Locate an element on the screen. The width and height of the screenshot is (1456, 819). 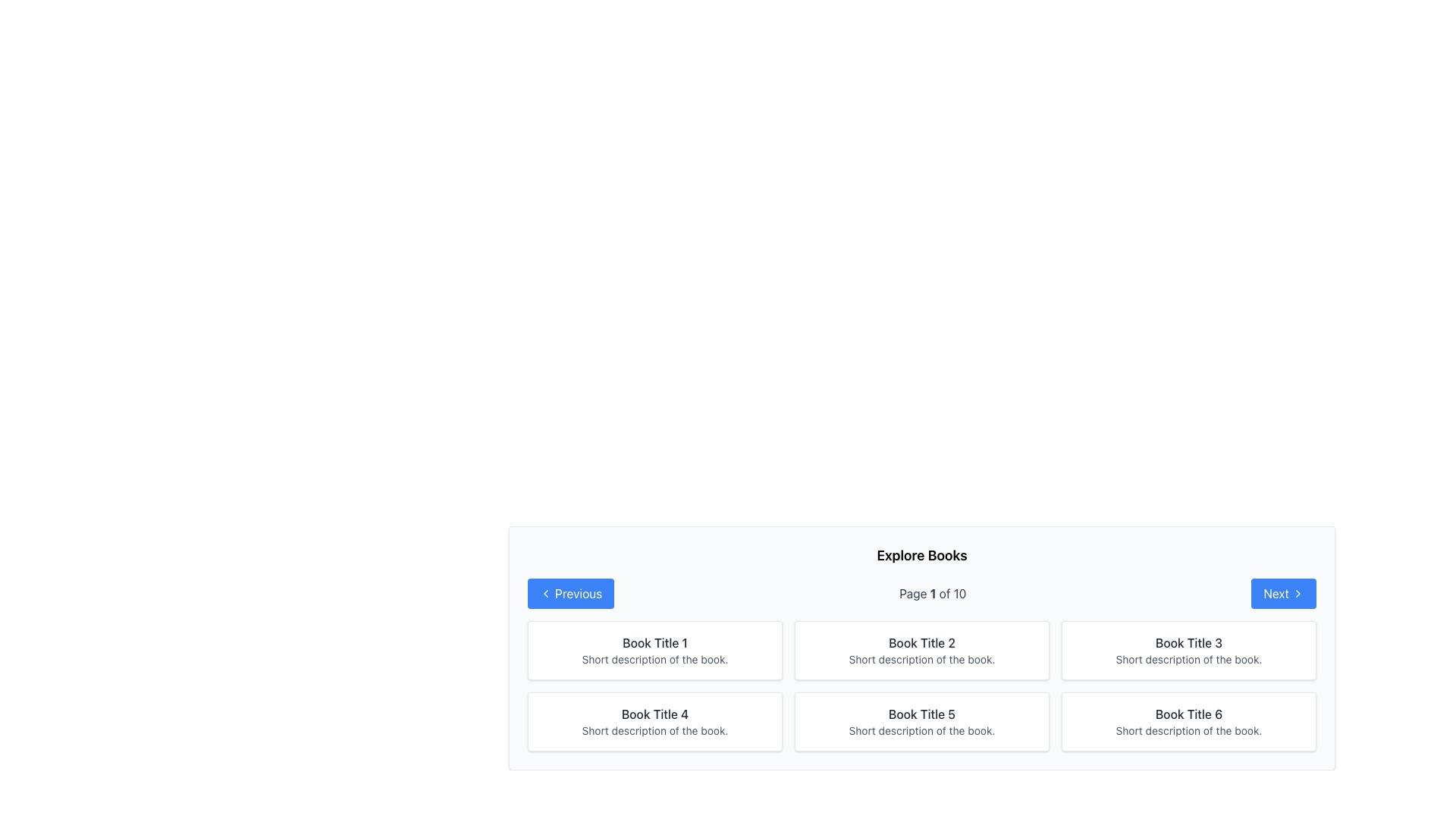
text displayed on the informational card about the book located at the bottom right corner of the grid layout is located at coordinates (1188, 721).